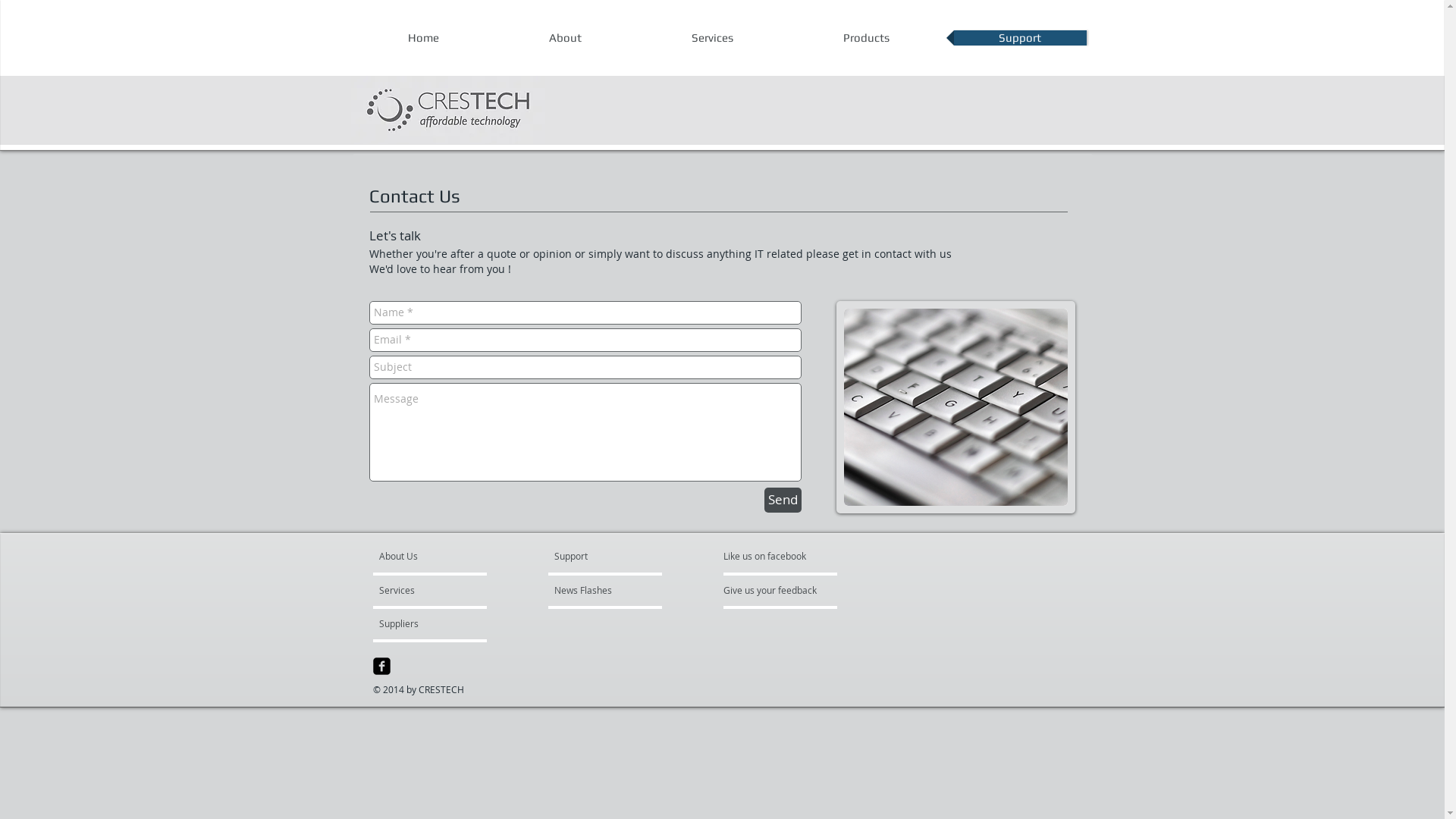  What do you see at coordinates (1020, 37) in the screenshot?
I see `'Support'` at bounding box center [1020, 37].